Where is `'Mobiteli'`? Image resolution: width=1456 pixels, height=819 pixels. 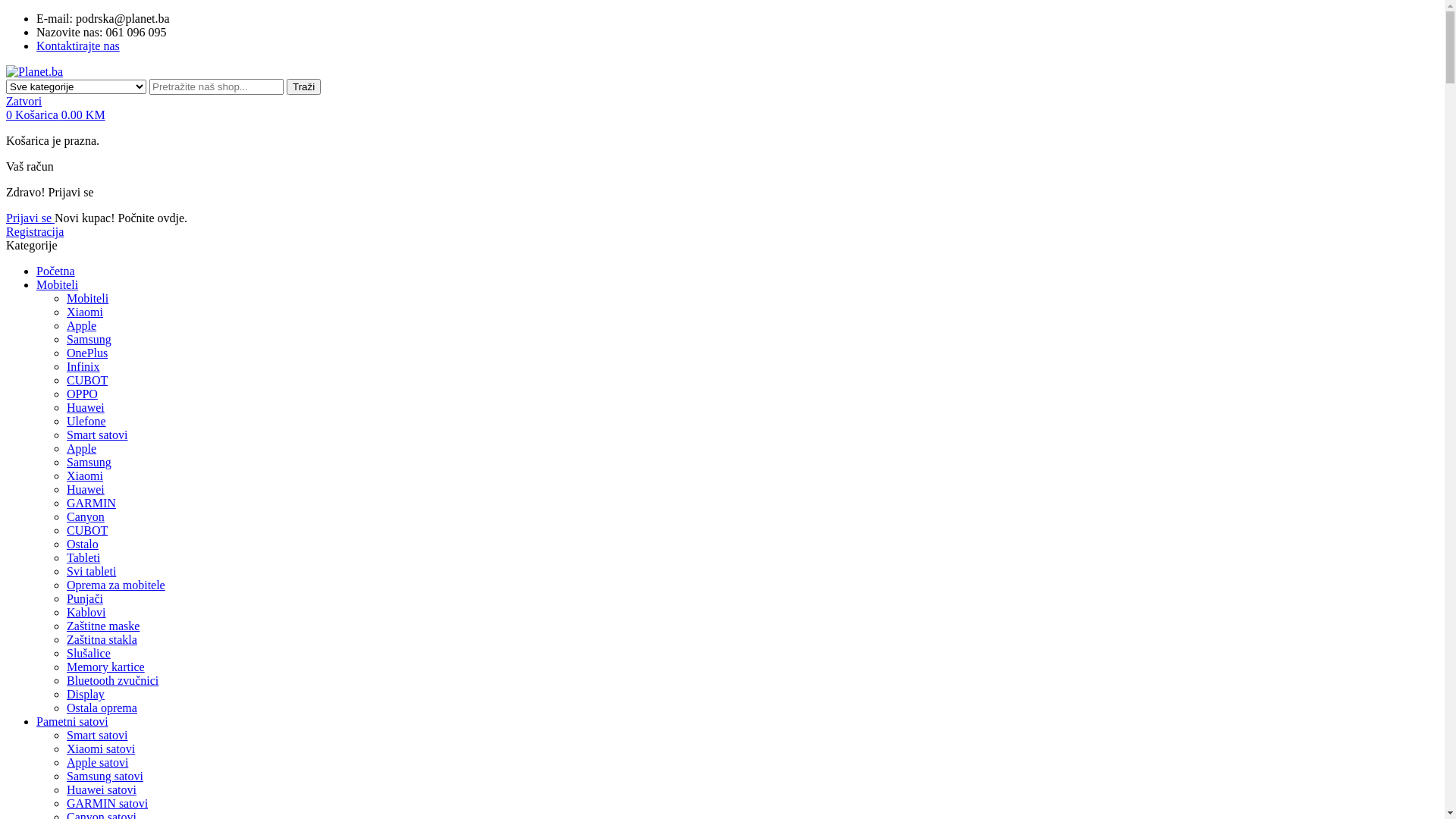 'Mobiteli' is located at coordinates (65, 298).